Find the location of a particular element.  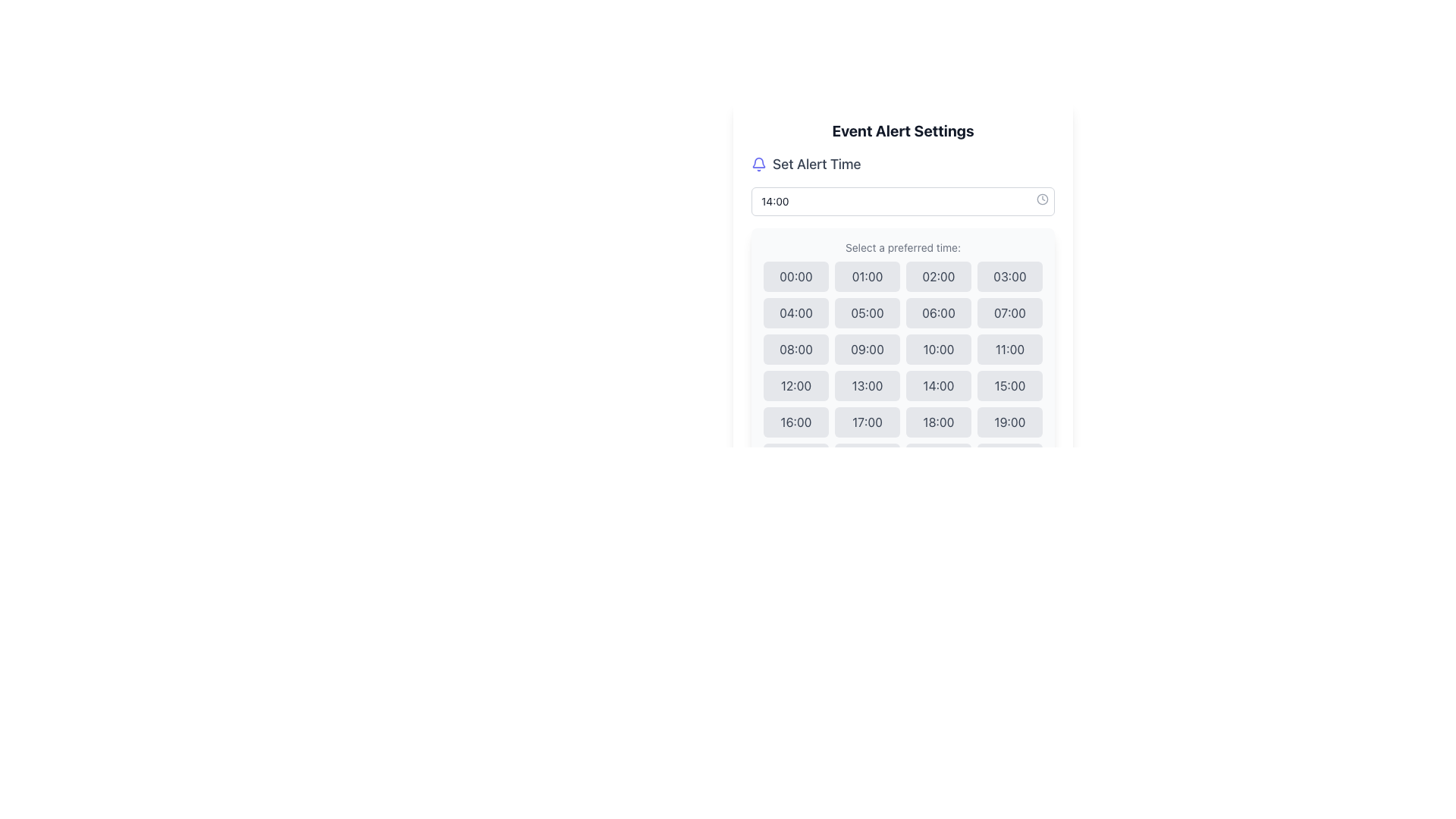

the button displaying '09:00', which is the second grid cell in the third row of the time selection widget is located at coordinates (867, 350).